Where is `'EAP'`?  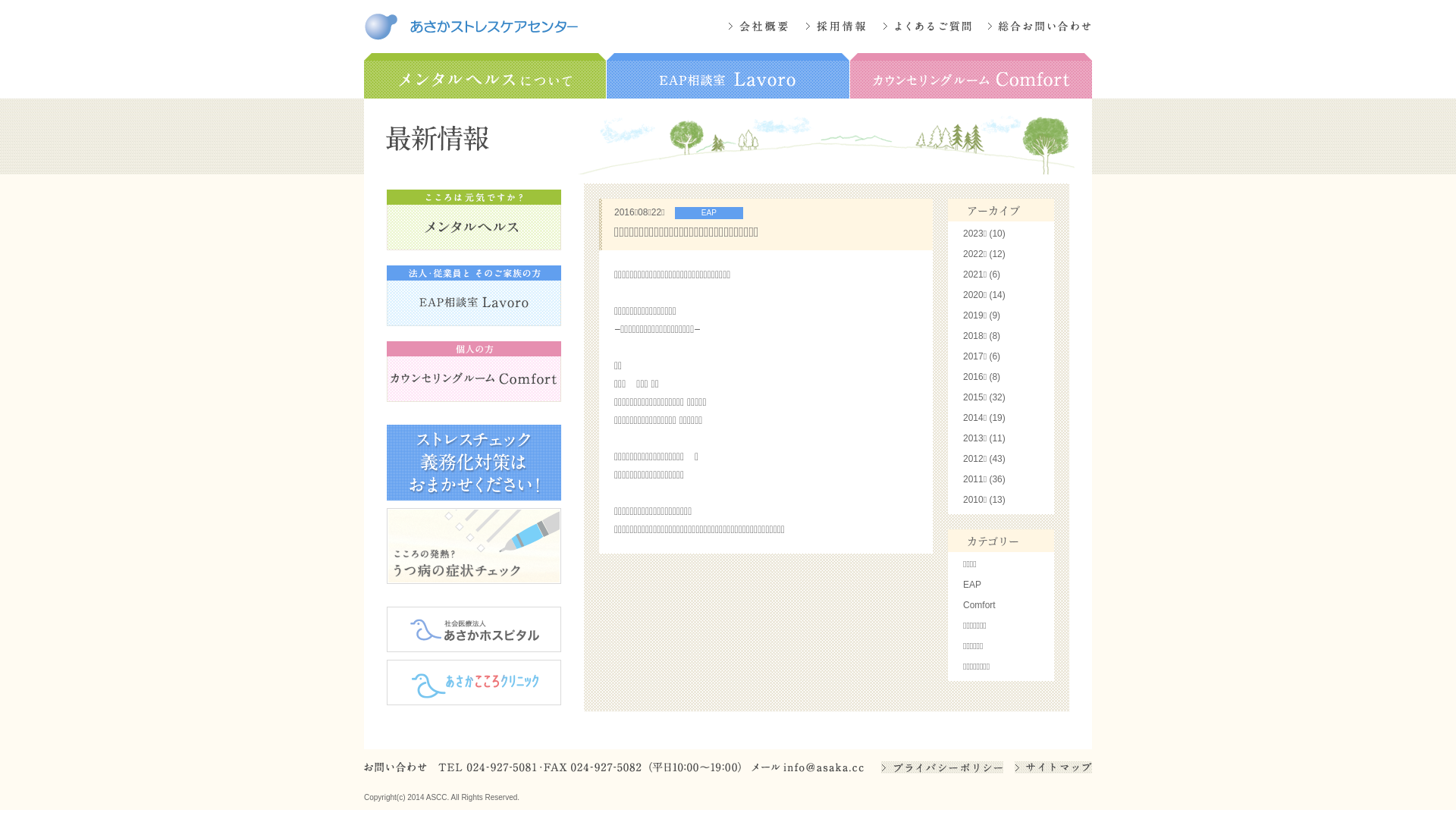
'EAP' is located at coordinates (971, 584).